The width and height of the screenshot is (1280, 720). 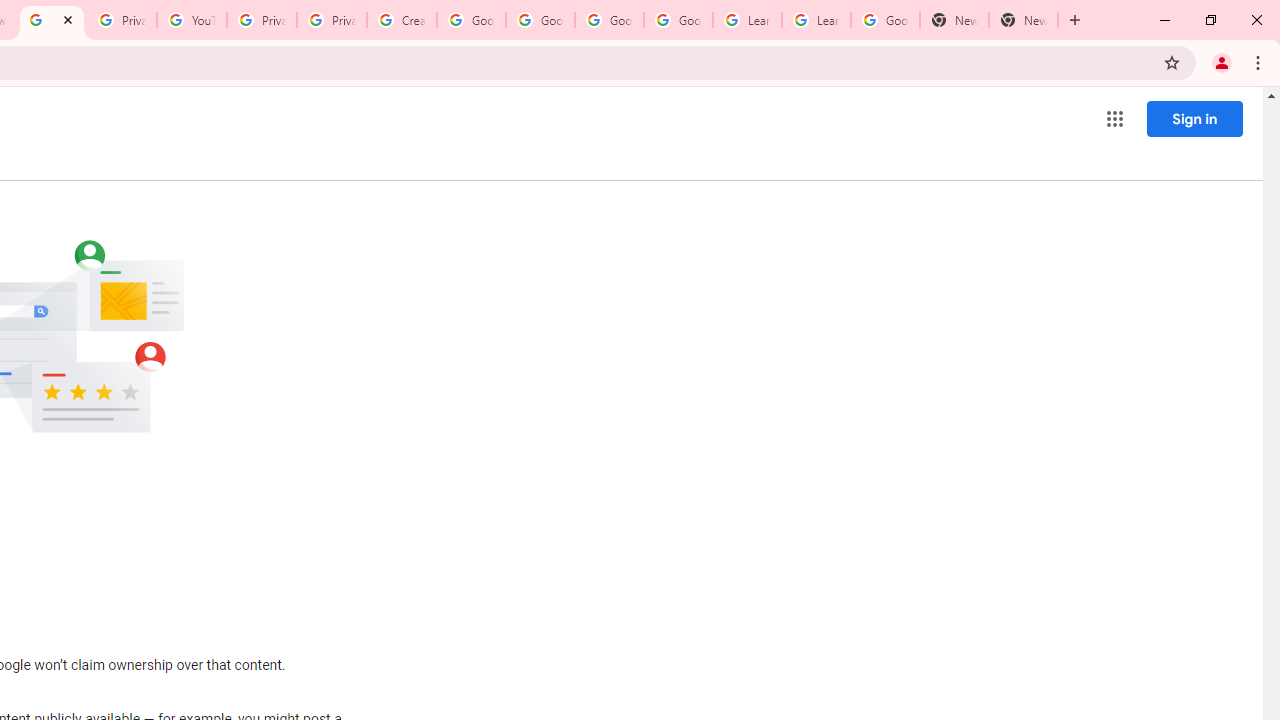 What do you see at coordinates (400, 20) in the screenshot?
I see `'Create your Google Account'` at bounding box center [400, 20].